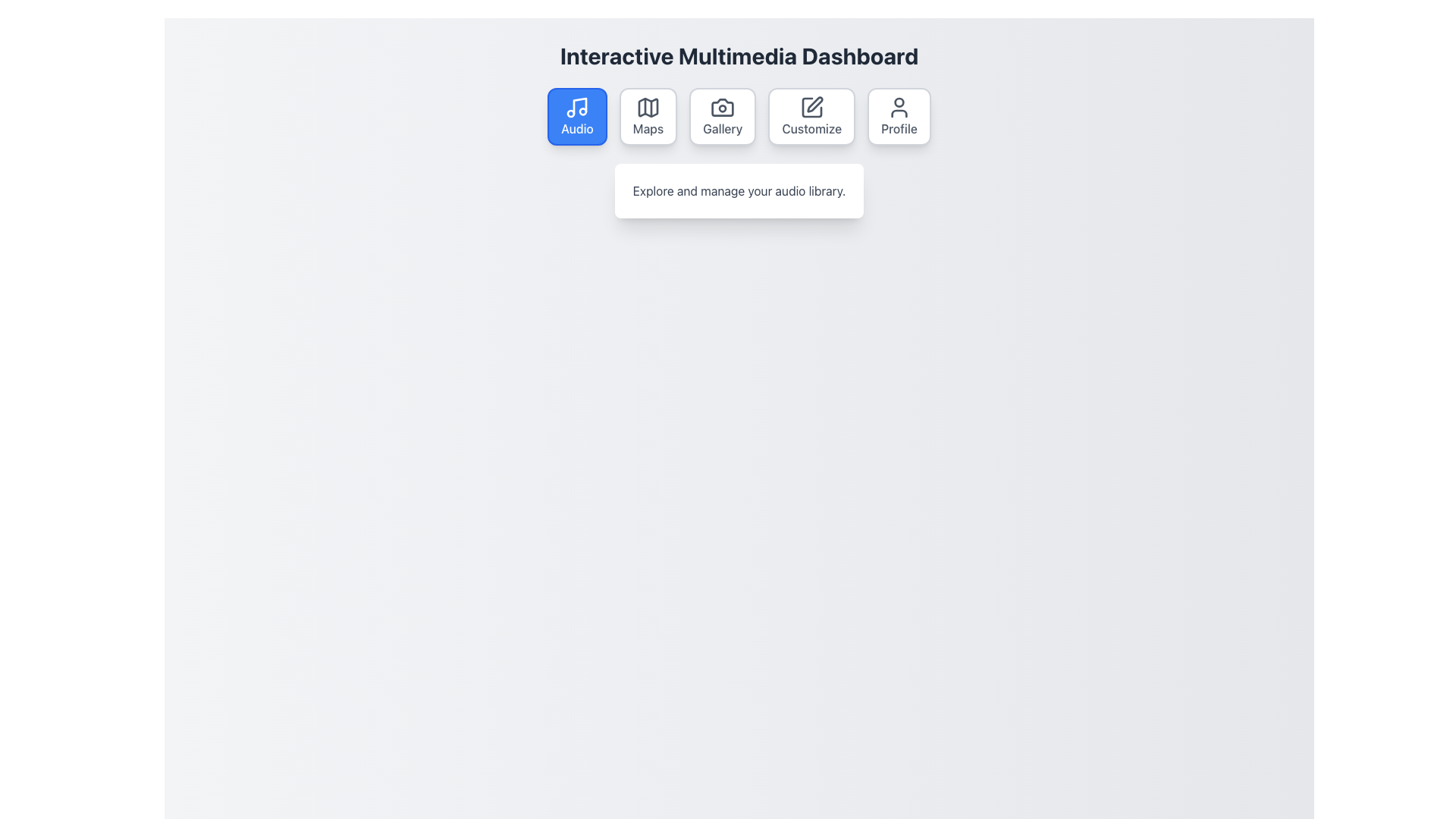 Image resolution: width=1456 pixels, height=819 pixels. I want to click on the circular graphic within the 'Profile' icon, which visually represents a user's head, located at the far right of the top row of buttons, so click(899, 102).